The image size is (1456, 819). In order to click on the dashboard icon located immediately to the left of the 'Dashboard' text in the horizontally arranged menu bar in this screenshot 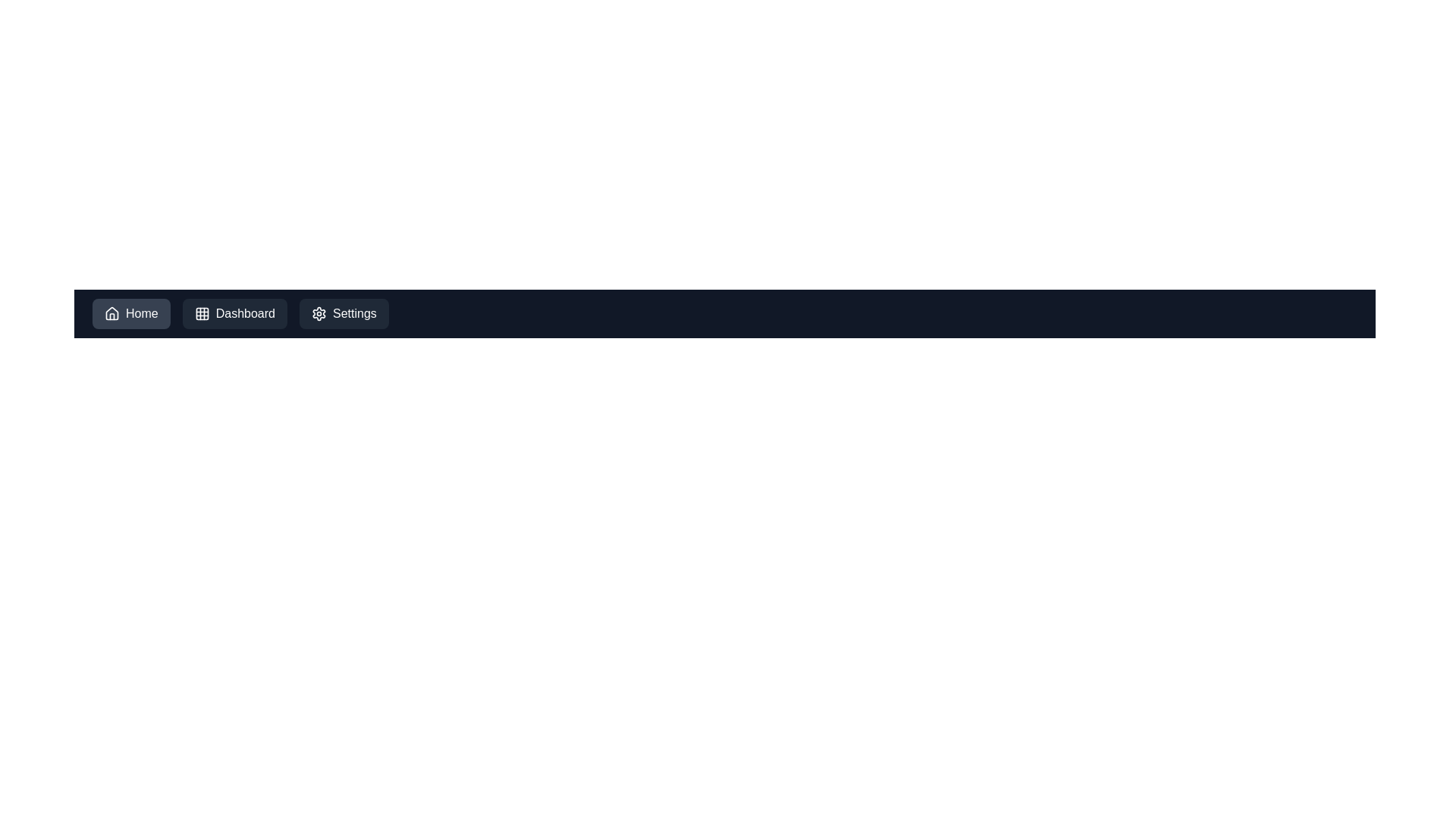, I will do `click(201, 312)`.